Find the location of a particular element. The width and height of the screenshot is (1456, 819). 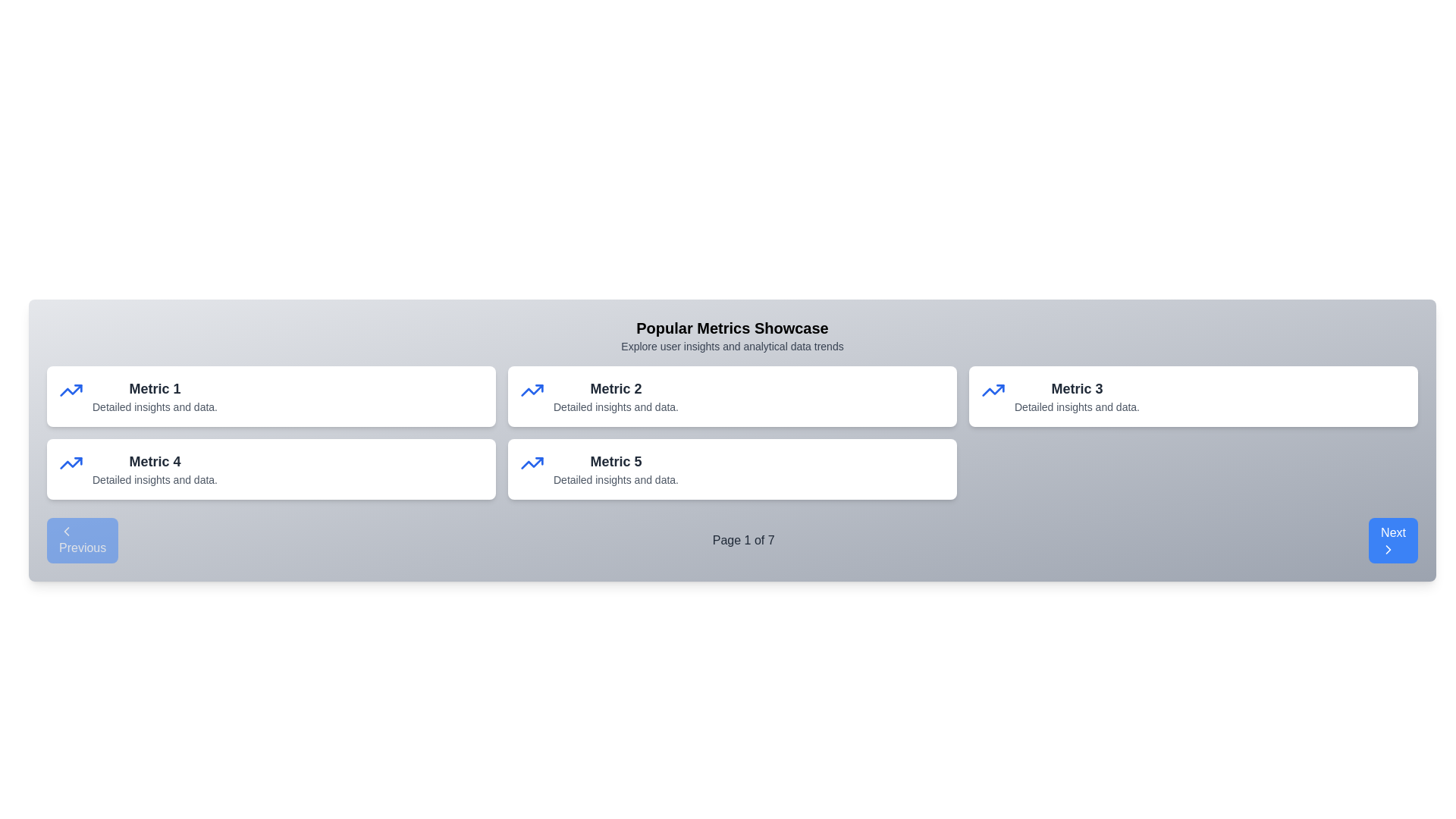

the Text label providing supplementary information for 'Metric 3', which is positioned below the main title in the third card of the grid layout is located at coordinates (1076, 406).